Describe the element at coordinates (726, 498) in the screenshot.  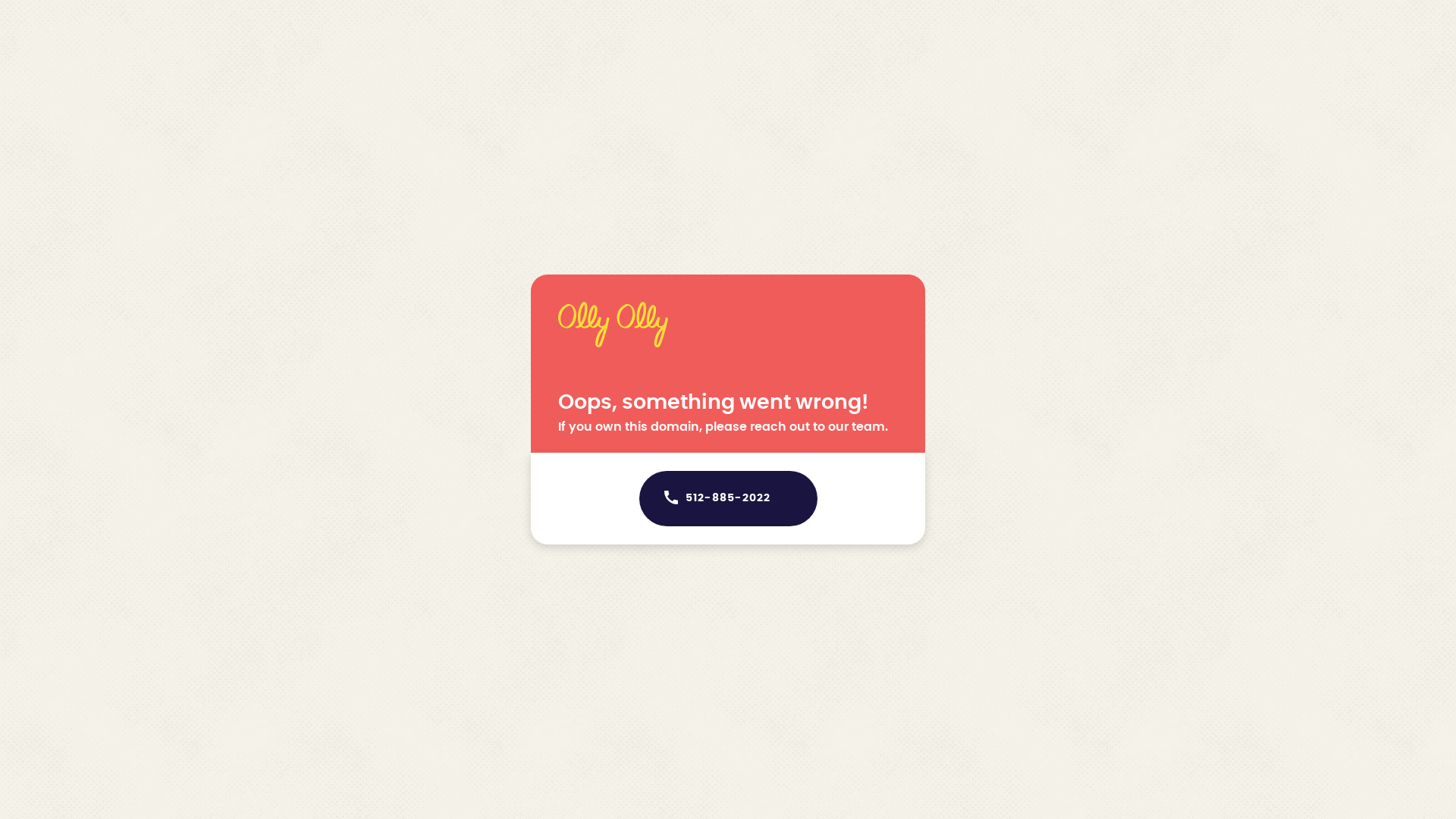
I see `'512-885-2022'` at that location.